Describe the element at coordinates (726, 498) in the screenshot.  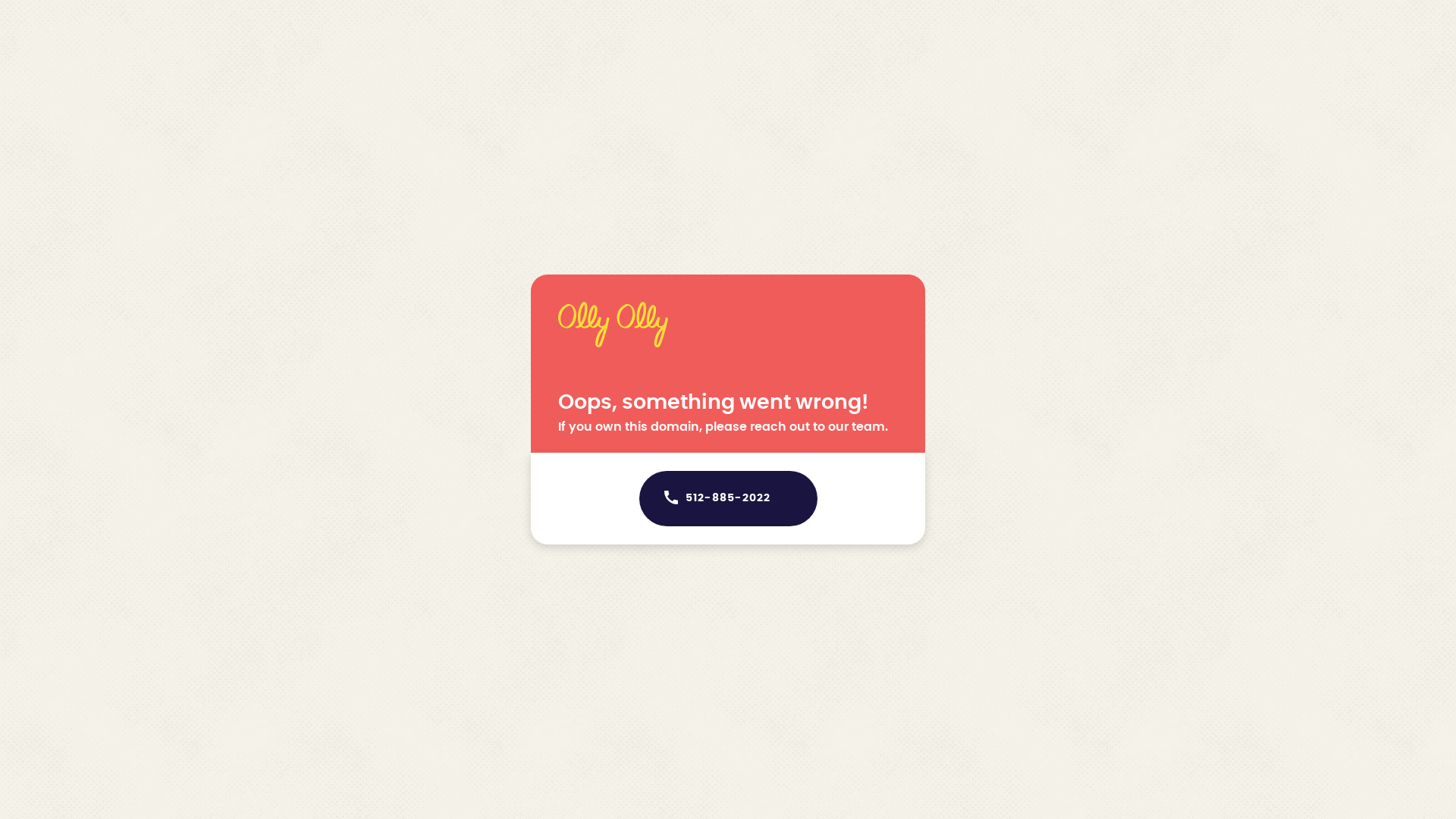
I see `'512-885-2022'` at that location.